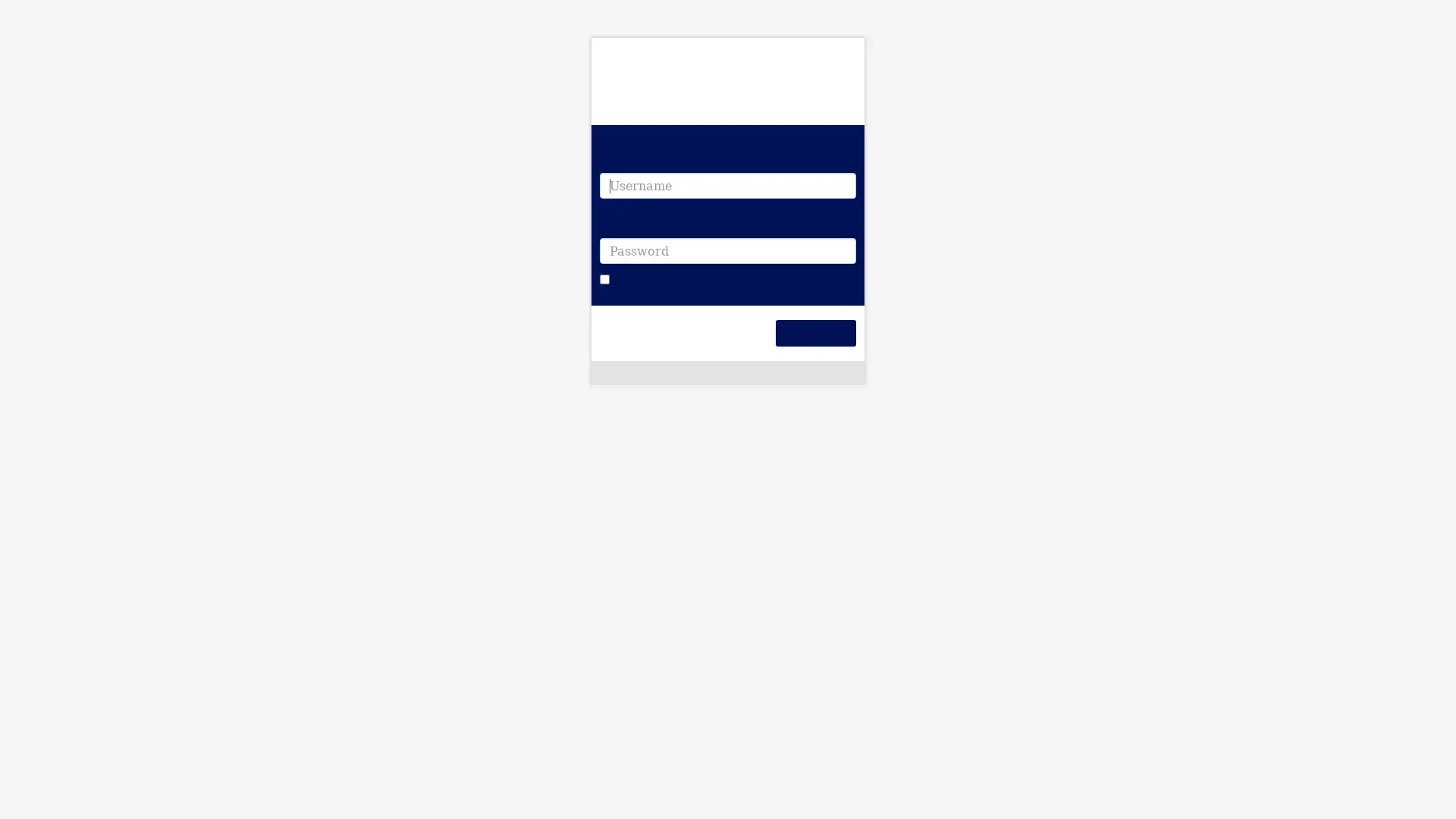 This screenshot has height=819, width=1456. What do you see at coordinates (814, 332) in the screenshot?
I see `Login` at bounding box center [814, 332].